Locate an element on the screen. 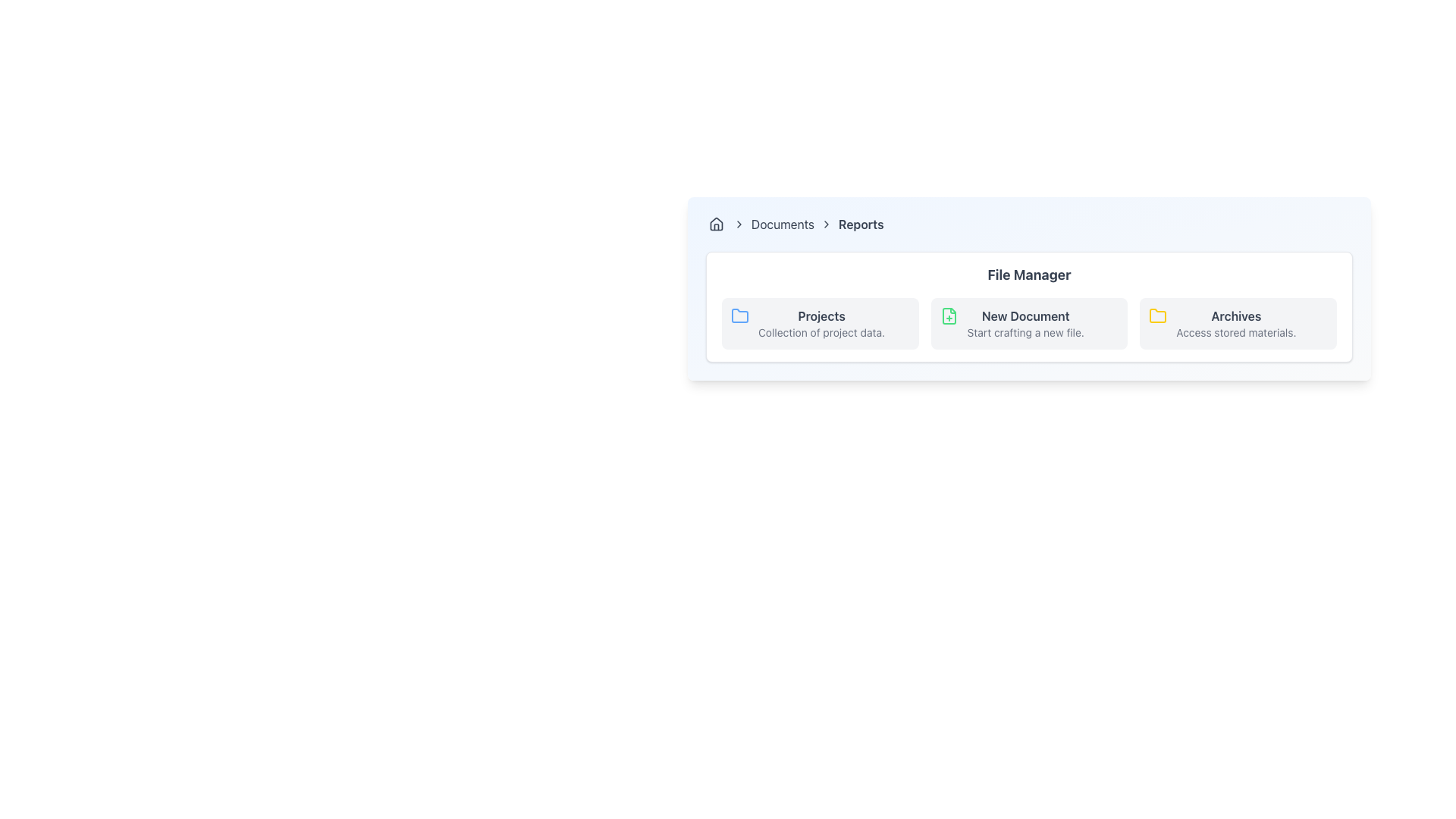 Image resolution: width=1456 pixels, height=819 pixels. the text block displaying 'Projects' with the subtitle 'Collection of project data.' in the File Manager section is located at coordinates (821, 323).